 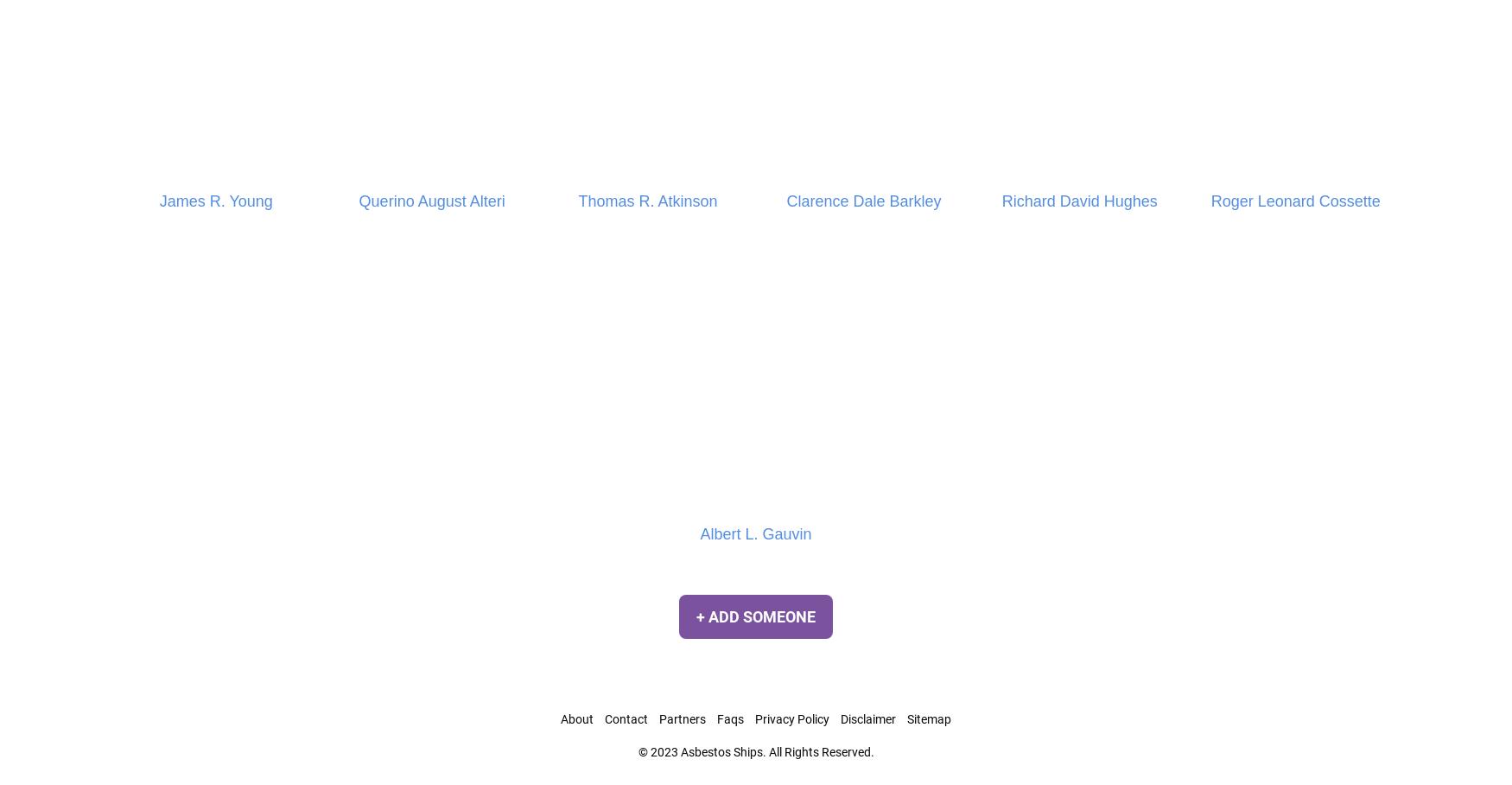 What do you see at coordinates (755, 532) in the screenshot?
I see `'Albert L. Gauvin'` at bounding box center [755, 532].